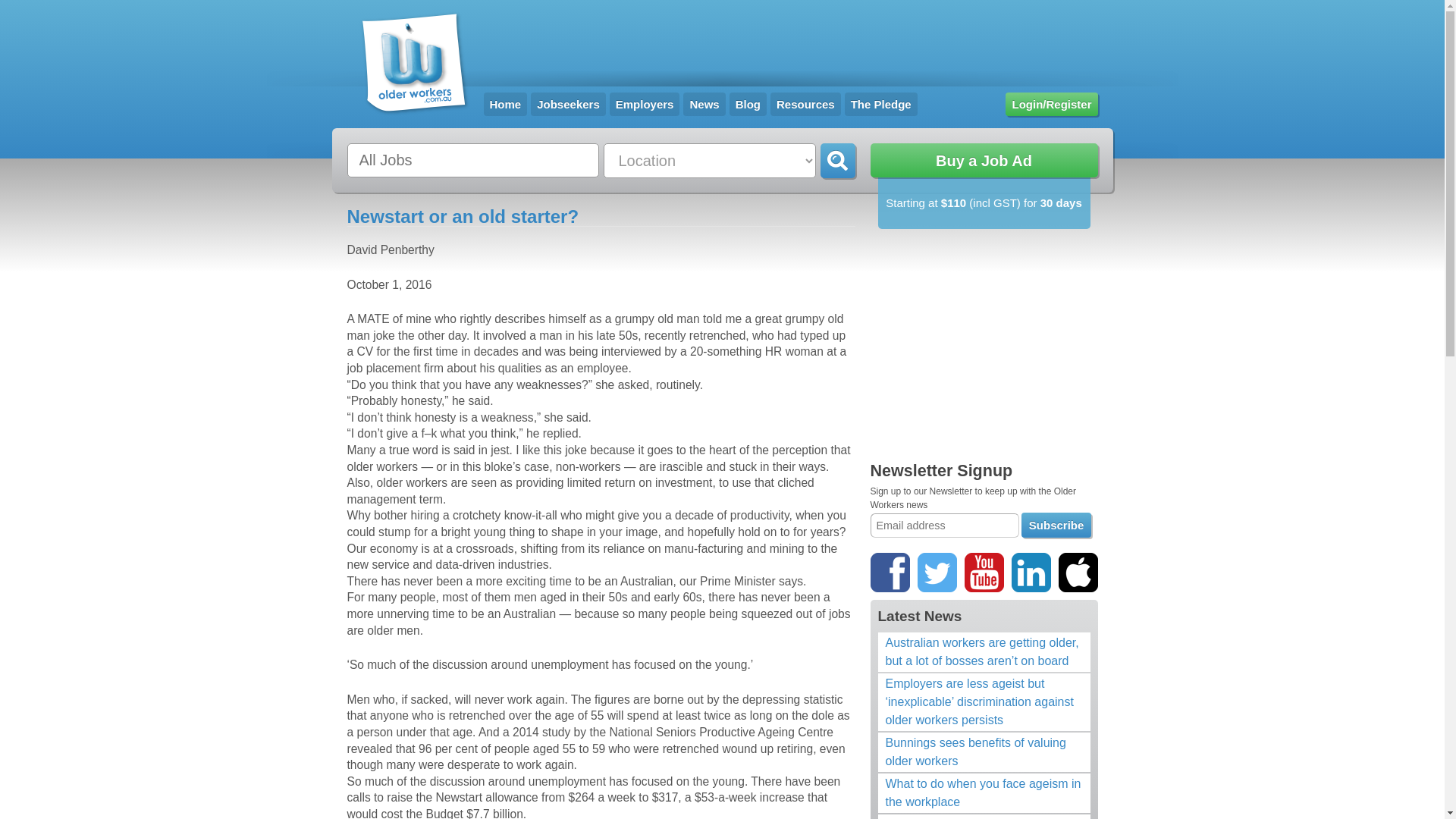 The image size is (1456, 819). Describe the element at coordinates (836, 161) in the screenshot. I see `'Go'` at that location.